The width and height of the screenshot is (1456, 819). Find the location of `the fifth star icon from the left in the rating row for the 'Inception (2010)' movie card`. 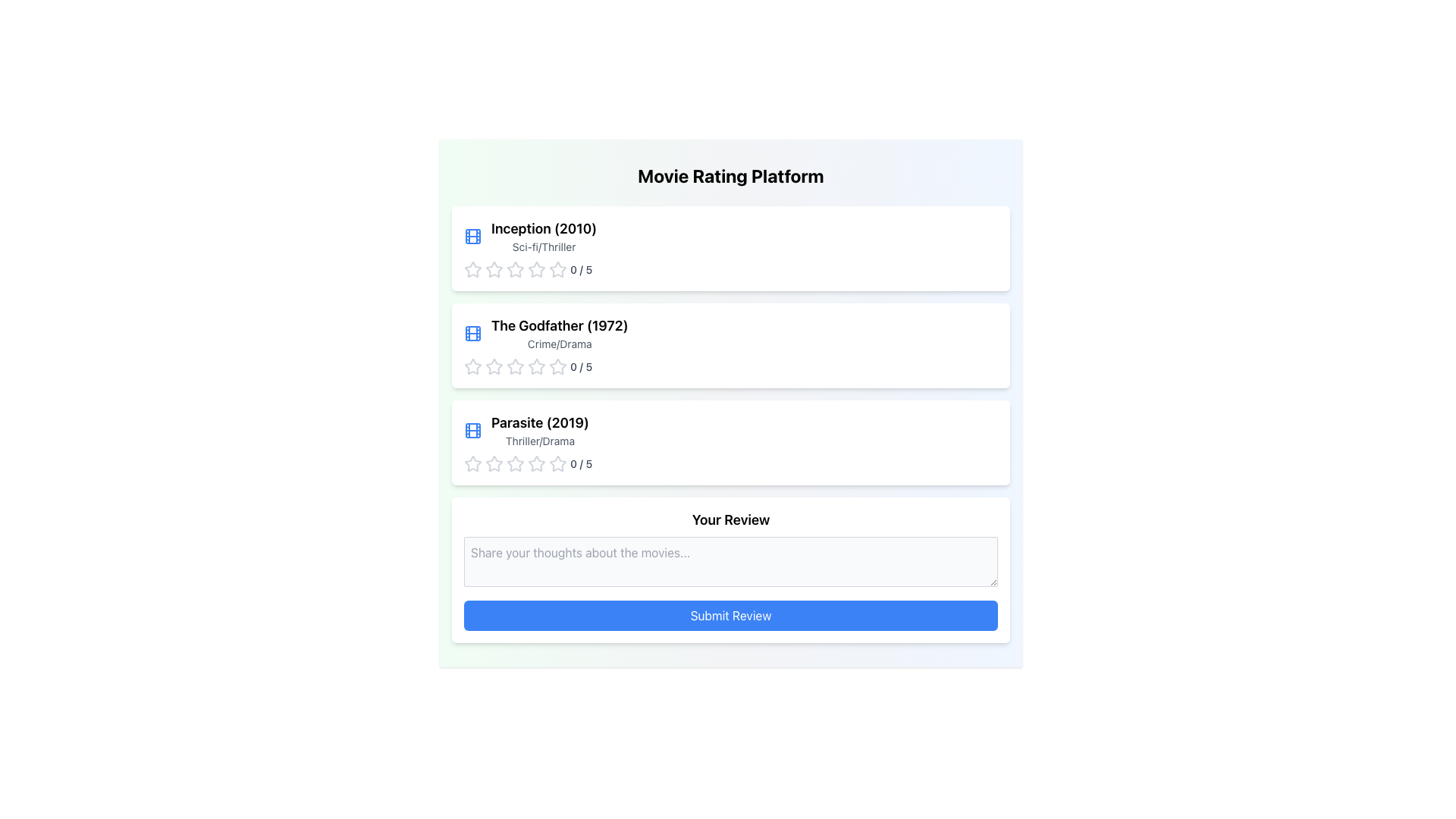

the fifth star icon from the left in the rating row for the 'Inception (2010)' movie card is located at coordinates (537, 268).